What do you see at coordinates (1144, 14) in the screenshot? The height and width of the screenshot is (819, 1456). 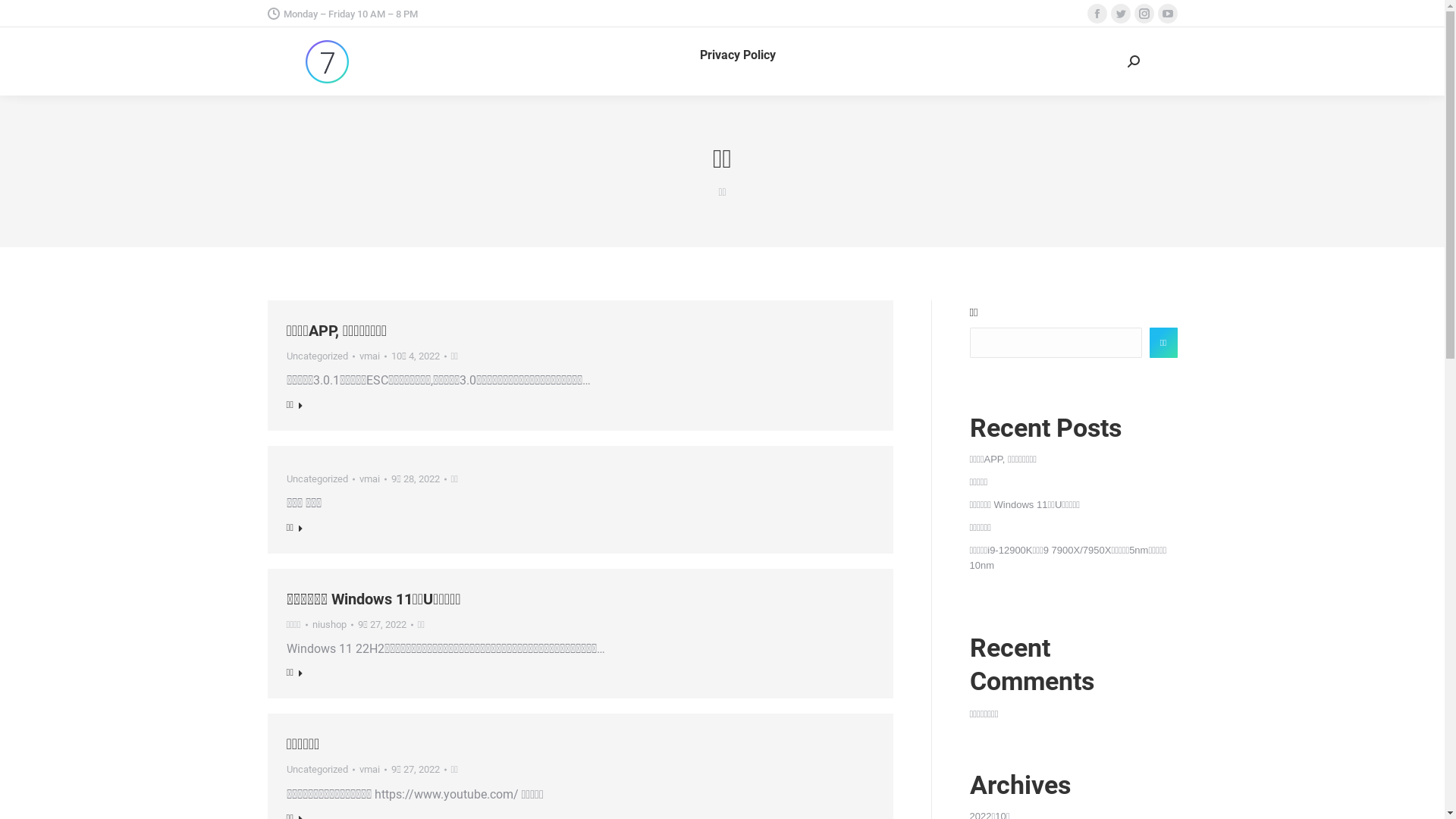 I see `'Instagram page opens in new window'` at bounding box center [1144, 14].